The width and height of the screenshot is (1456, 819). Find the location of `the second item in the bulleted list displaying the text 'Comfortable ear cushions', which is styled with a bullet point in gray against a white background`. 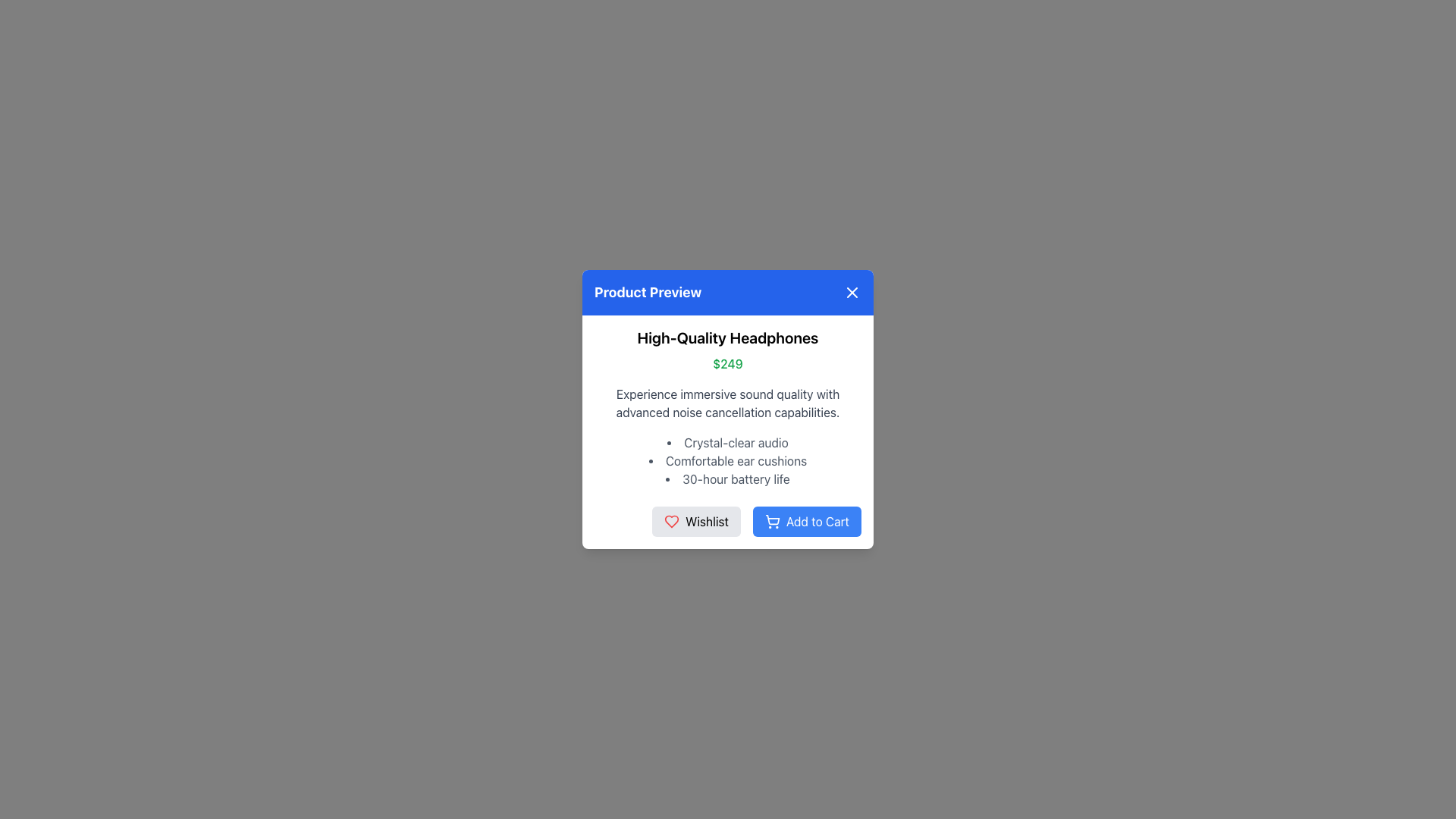

the second item in the bulleted list displaying the text 'Comfortable ear cushions', which is styled with a bullet point in gray against a white background is located at coordinates (728, 460).